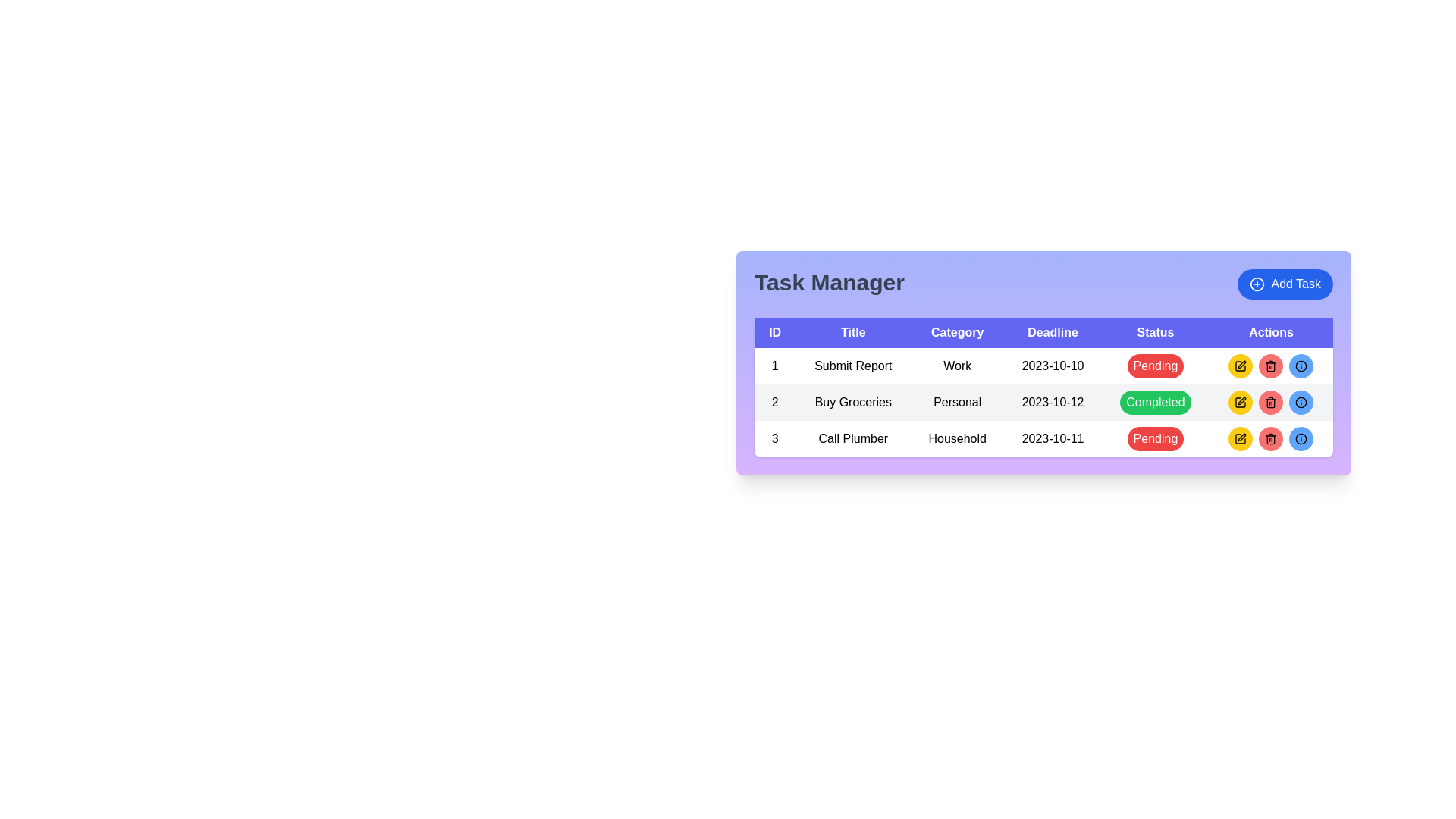  Describe the element at coordinates (1154, 438) in the screenshot. I see `the 'Pending' status button located in the 'Status' column of the third row in the 'Task Manager' table` at that location.